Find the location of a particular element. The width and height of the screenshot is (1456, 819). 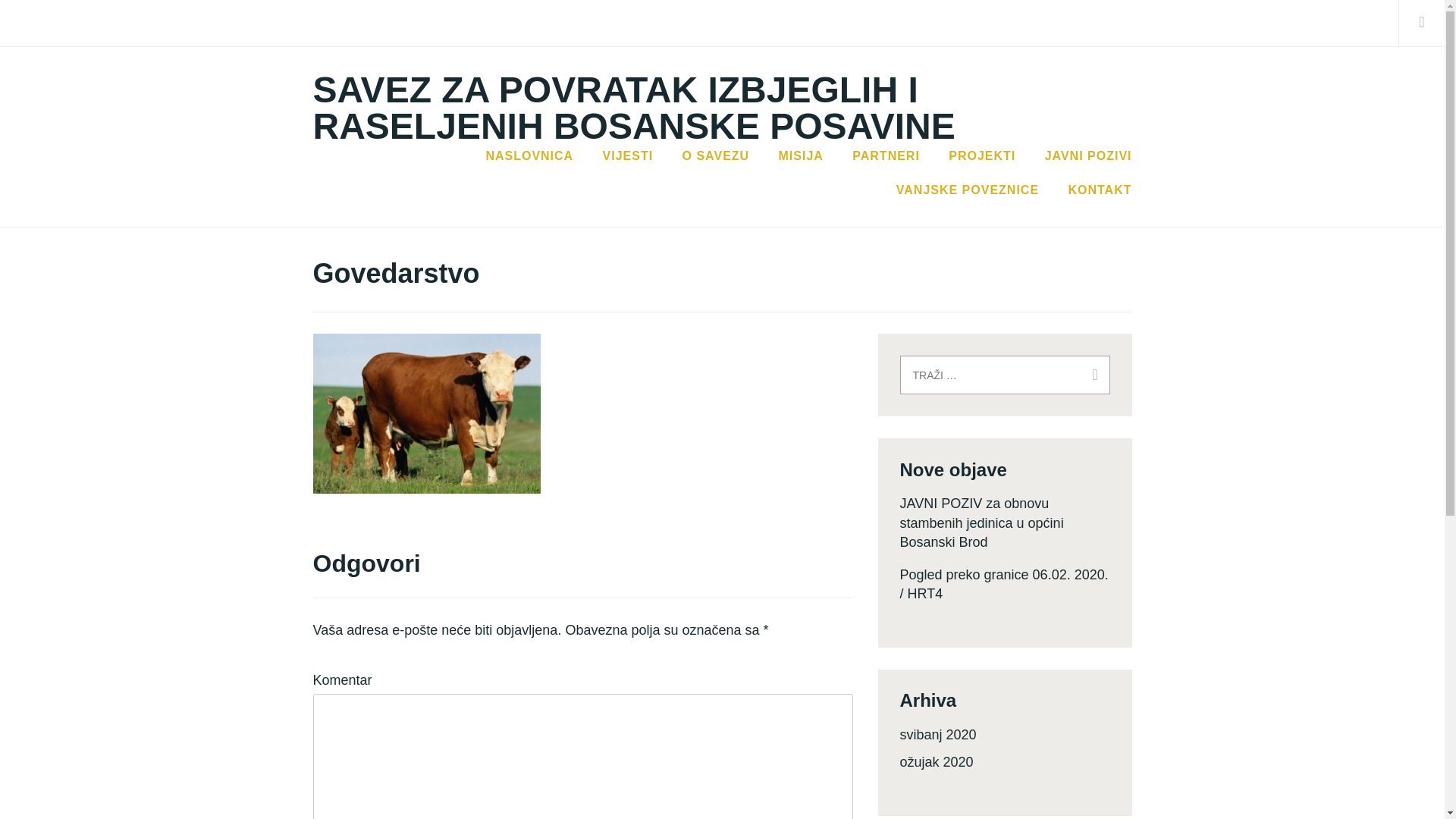

'KONTAKT' is located at coordinates (1099, 189).